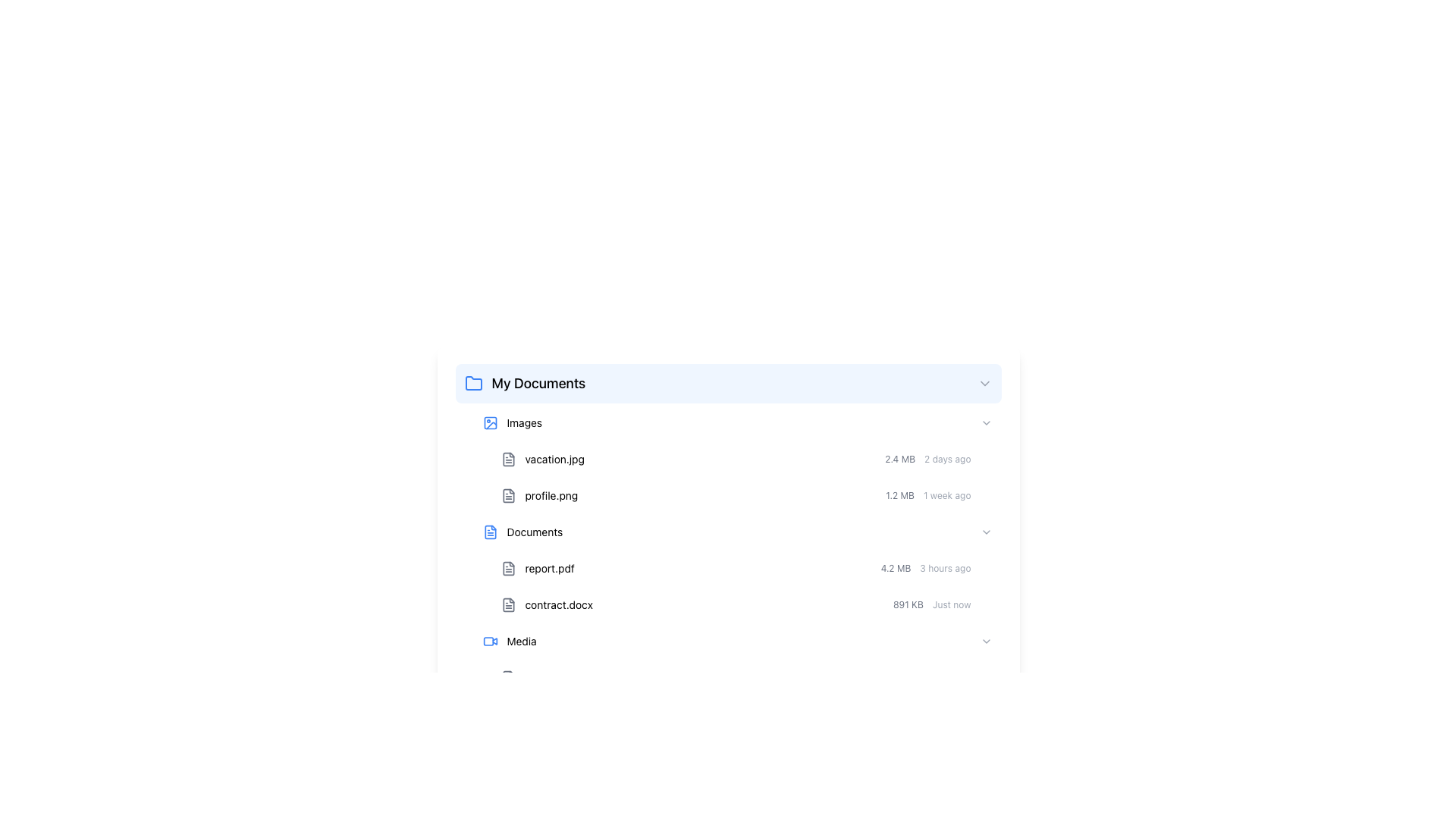  I want to click on the 'Images' text label, which is styled with a smaller font size and located adjacent to an image icon under the 'My Documents' header, so click(524, 423).